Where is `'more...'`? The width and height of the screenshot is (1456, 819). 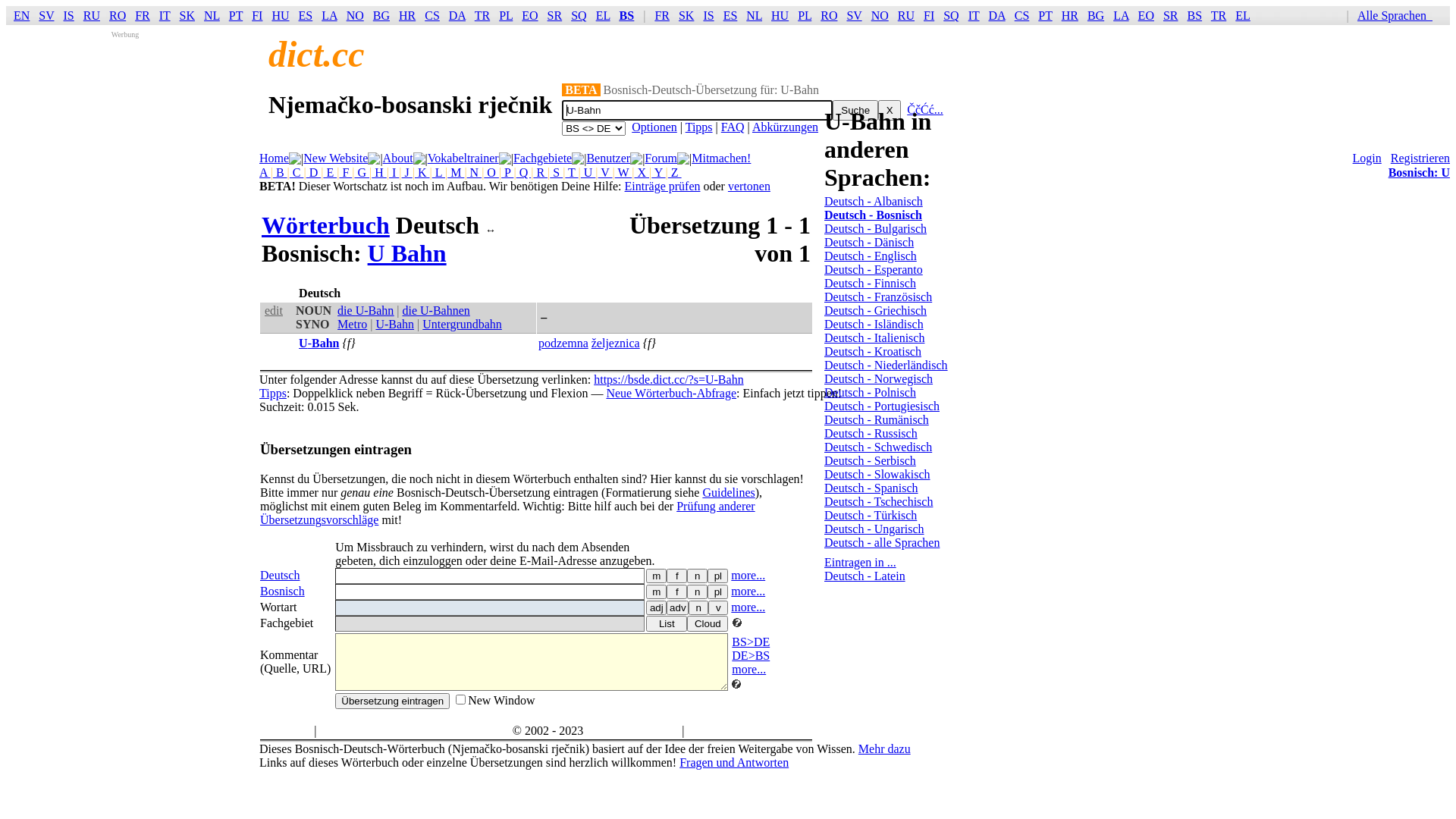 'more...' is located at coordinates (748, 575).